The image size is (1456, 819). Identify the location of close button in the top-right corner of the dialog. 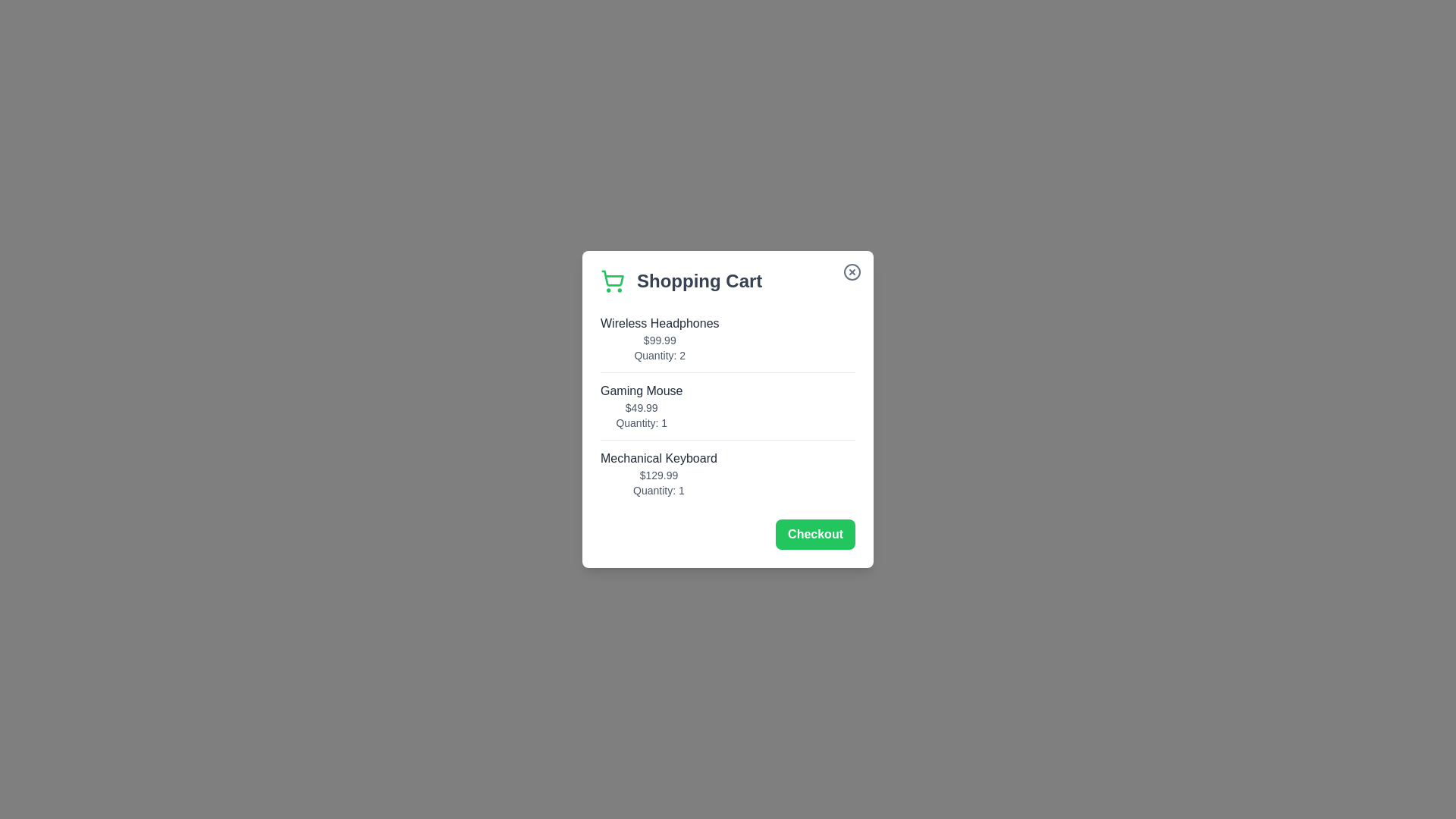
(852, 271).